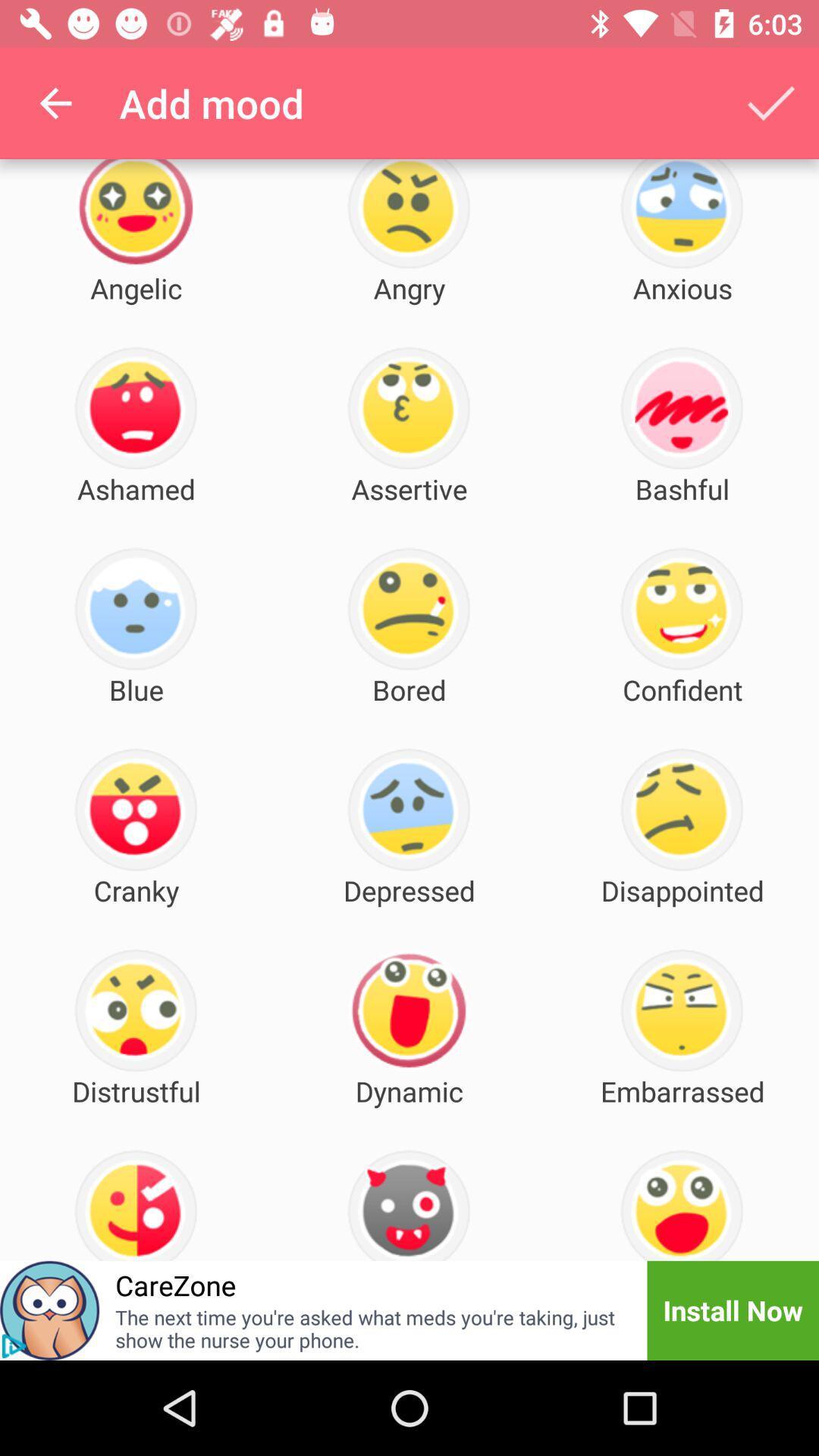 The width and height of the screenshot is (819, 1456). What do you see at coordinates (55, 102) in the screenshot?
I see `the icon next to the add mood` at bounding box center [55, 102].